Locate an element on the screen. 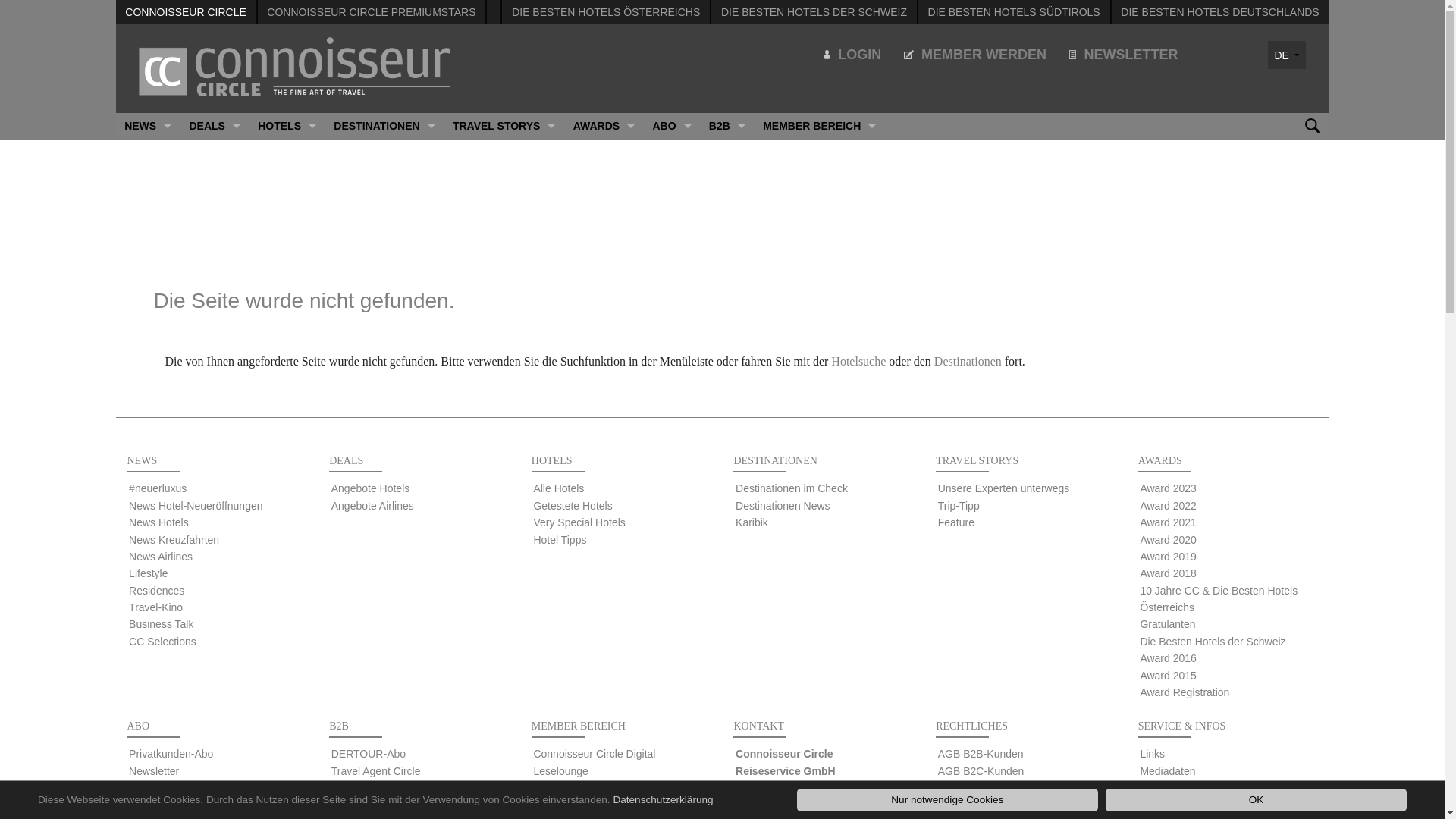 This screenshot has height=819, width=1456. 'NEWS' is located at coordinates (147, 125).